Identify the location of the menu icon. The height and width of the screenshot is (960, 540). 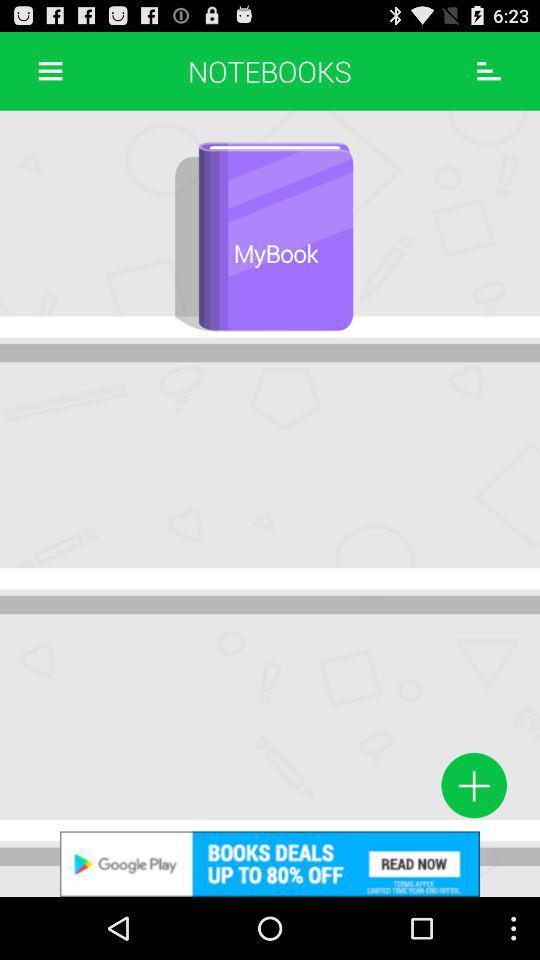
(50, 75).